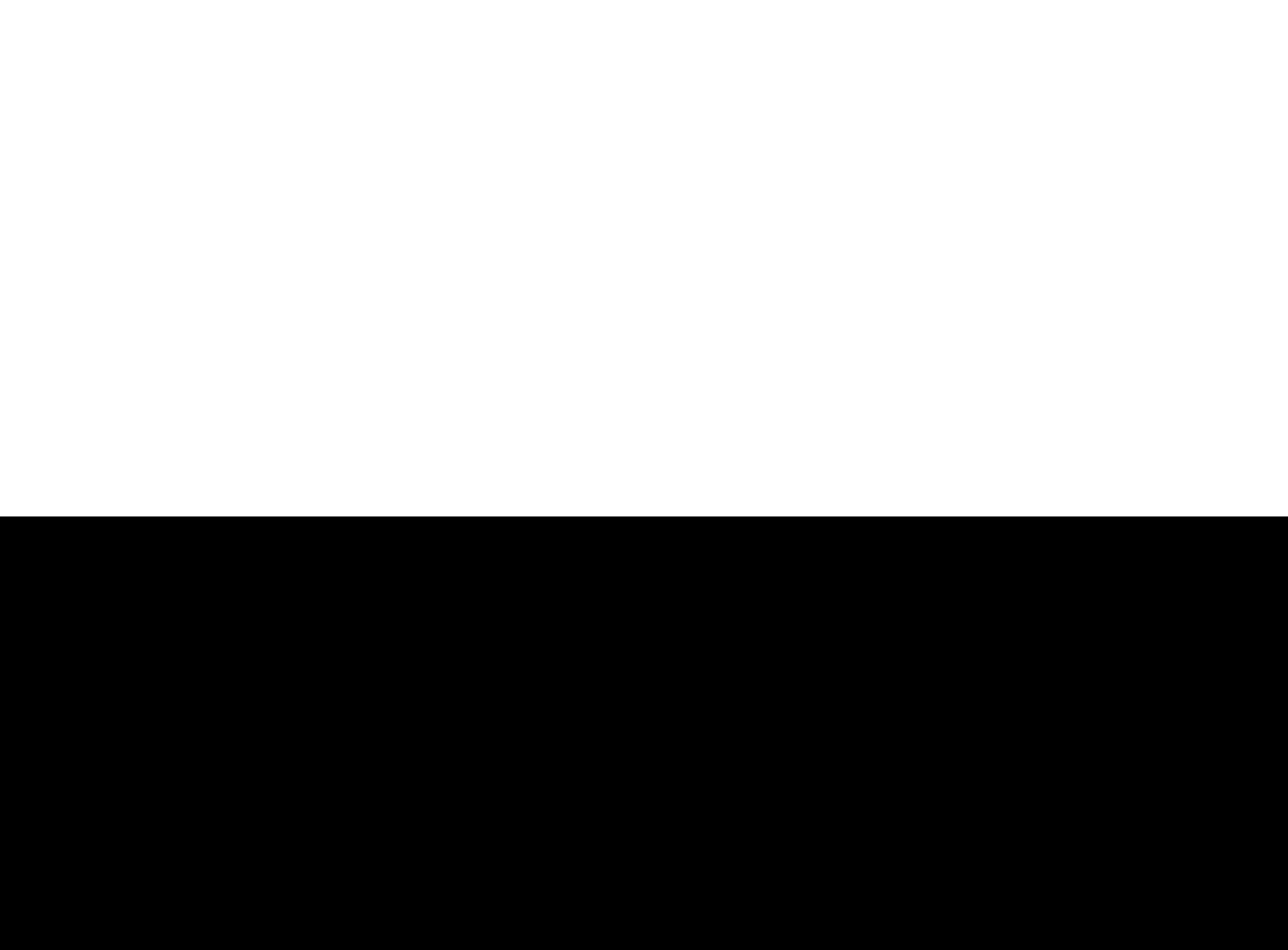 This screenshot has width=1288, height=950. I want to click on 'More TNW', so click(681, 575).